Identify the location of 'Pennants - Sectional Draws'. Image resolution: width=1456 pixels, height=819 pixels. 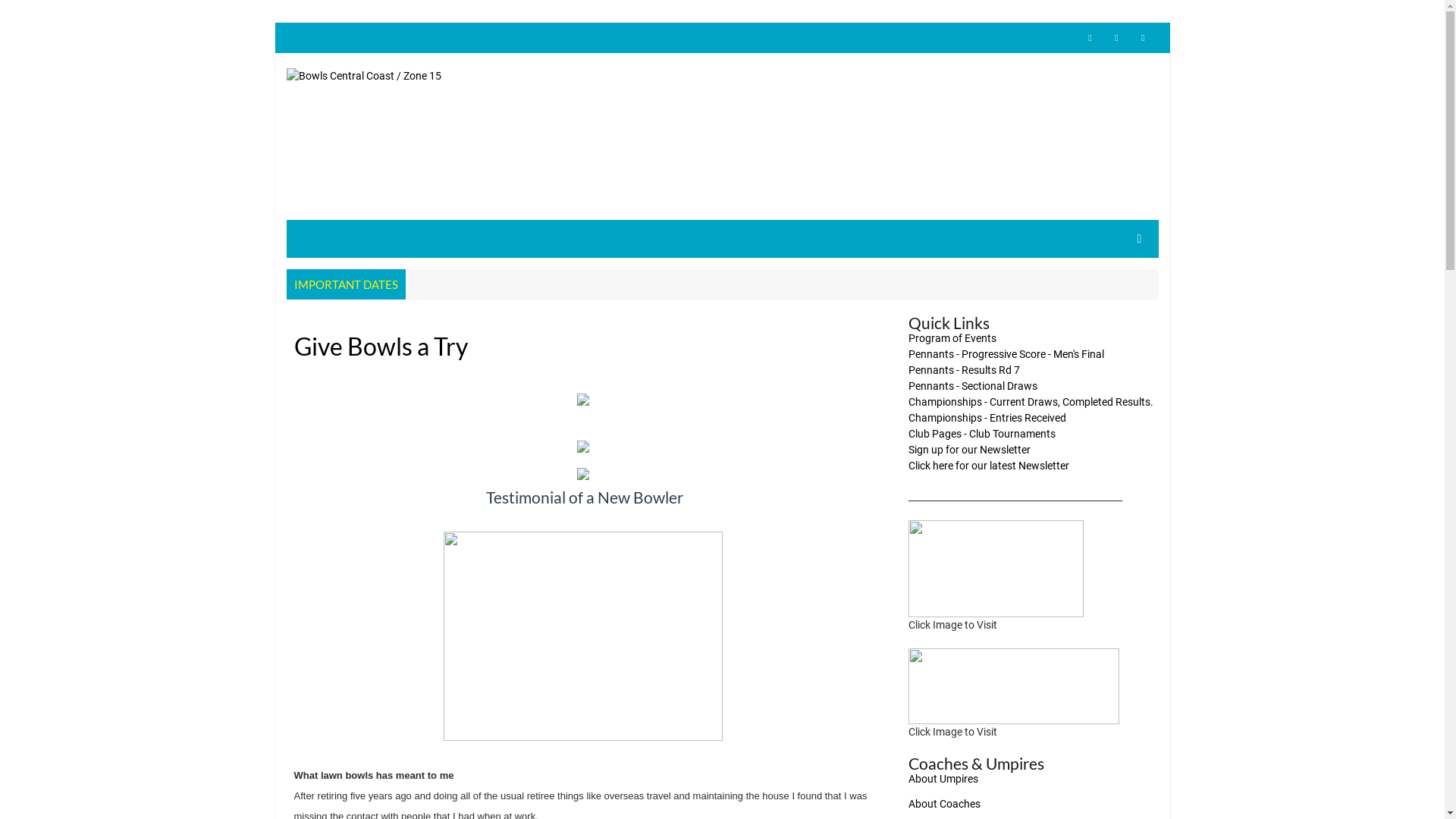
(972, 385).